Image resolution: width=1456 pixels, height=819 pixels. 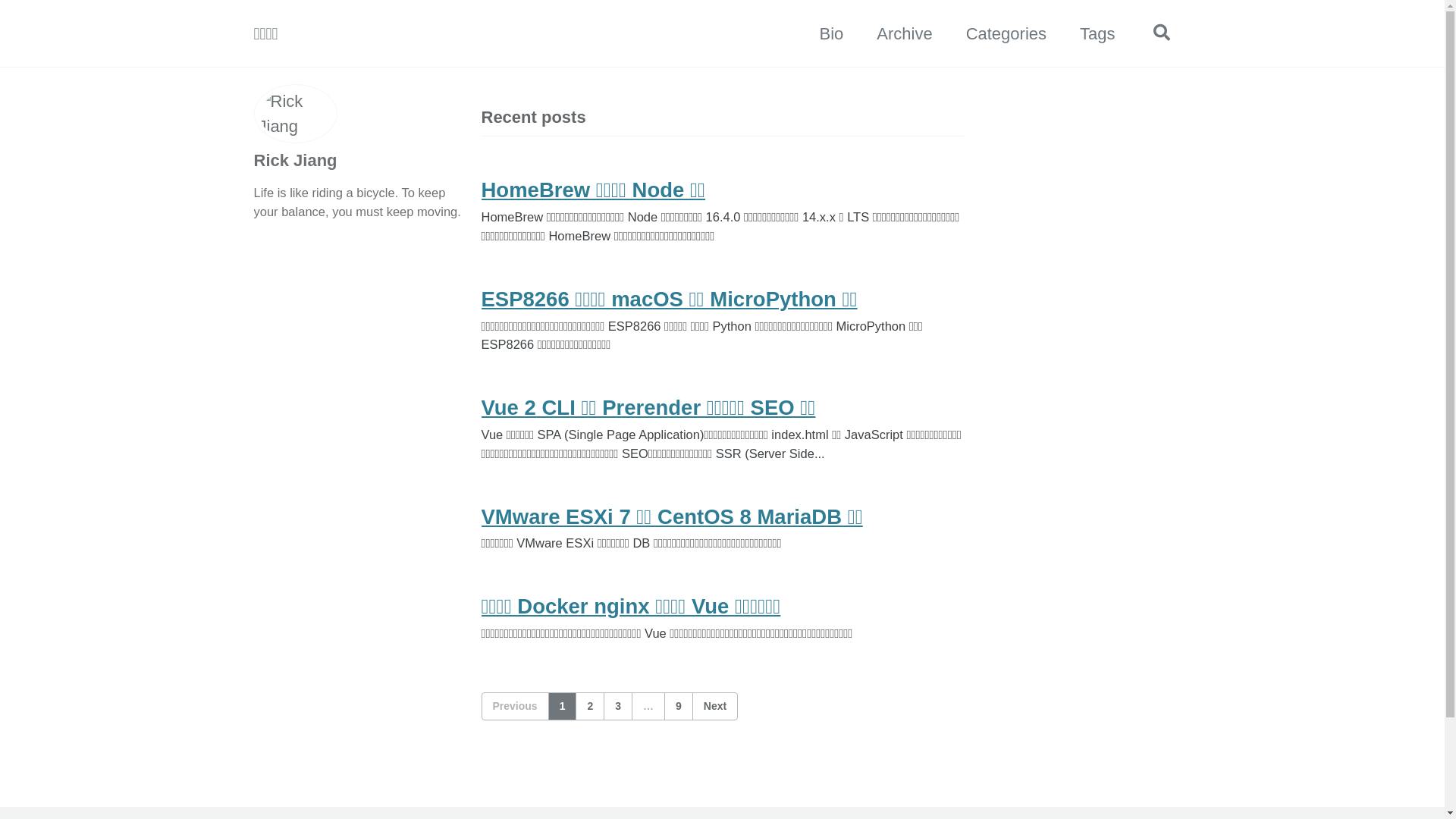 What do you see at coordinates (0, 0) in the screenshot?
I see `'Skip to primary navigation'` at bounding box center [0, 0].